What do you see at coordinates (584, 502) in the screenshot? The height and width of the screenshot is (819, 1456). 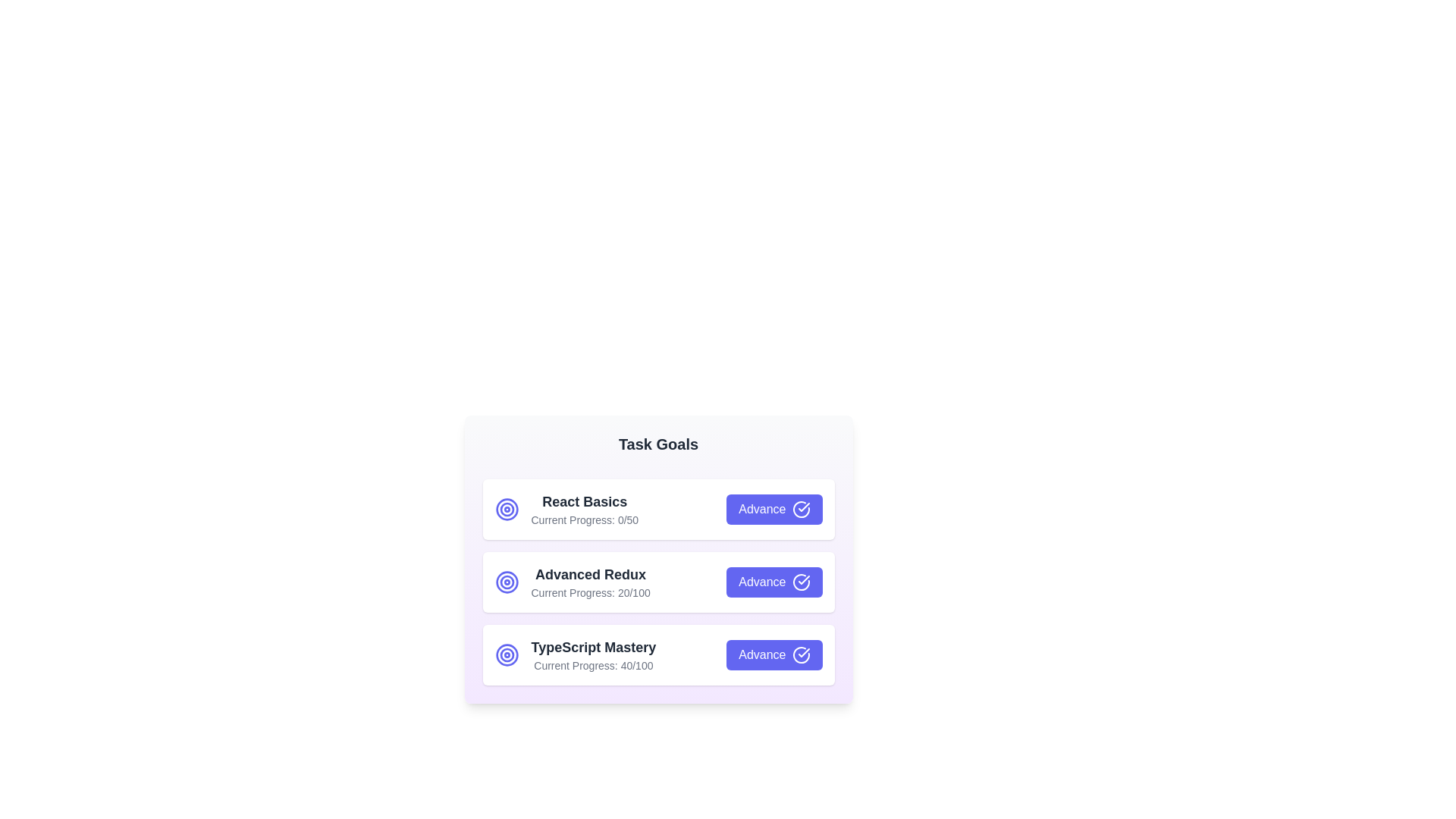 I see `the header text label 'React Basics', which is styled in bold and larger font, located at the top of the first task card in the 'Task Goals' section` at bounding box center [584, 502].